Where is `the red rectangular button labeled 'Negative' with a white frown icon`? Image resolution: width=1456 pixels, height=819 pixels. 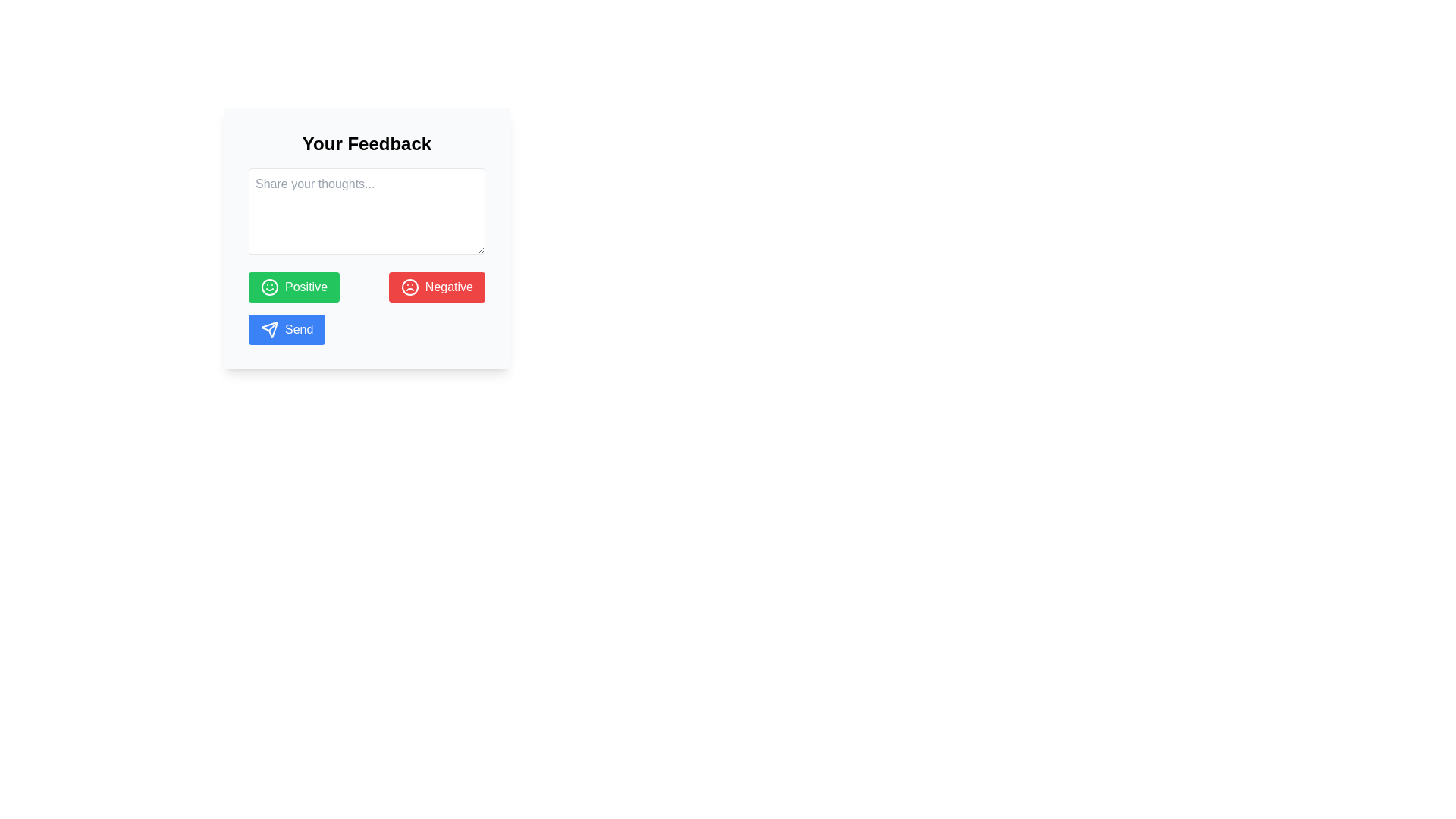
the red rectangular button labeled 'Negative' with a white frown icon is located at coordinates (436, 287).